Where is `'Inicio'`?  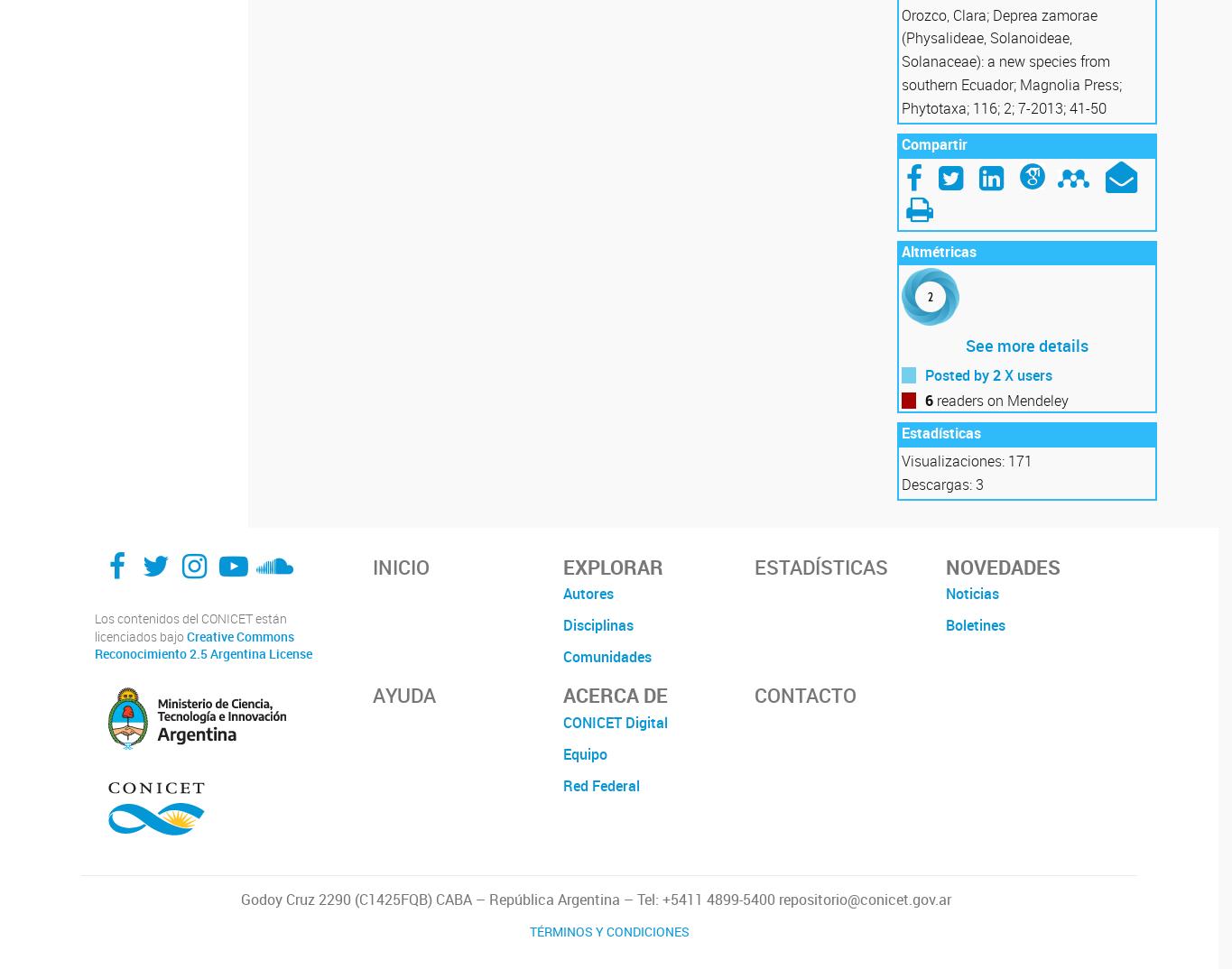 'Inicio' is located at coordinates (400, 566).